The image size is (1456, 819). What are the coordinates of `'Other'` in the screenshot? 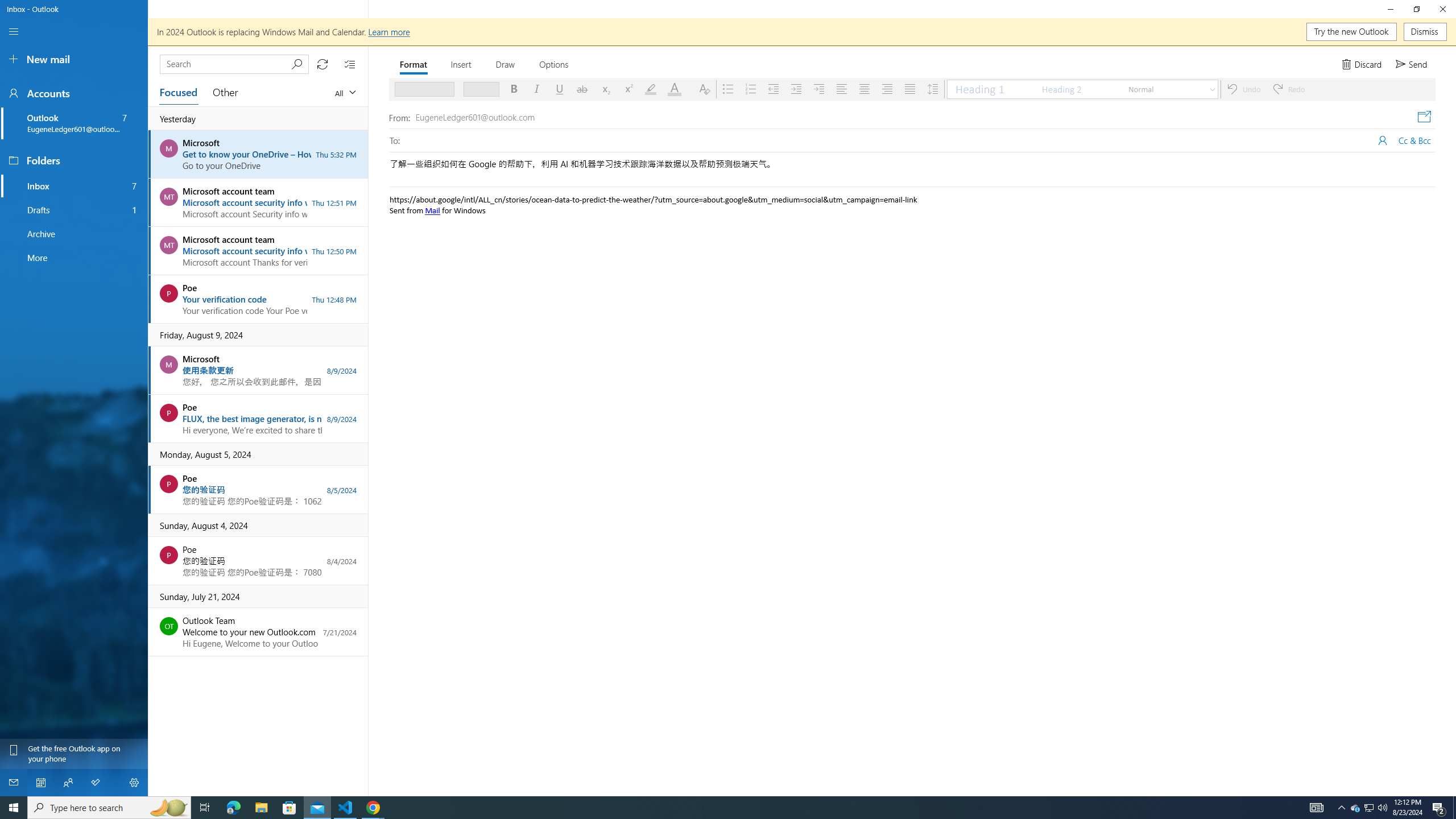 It's located at (225, 92).